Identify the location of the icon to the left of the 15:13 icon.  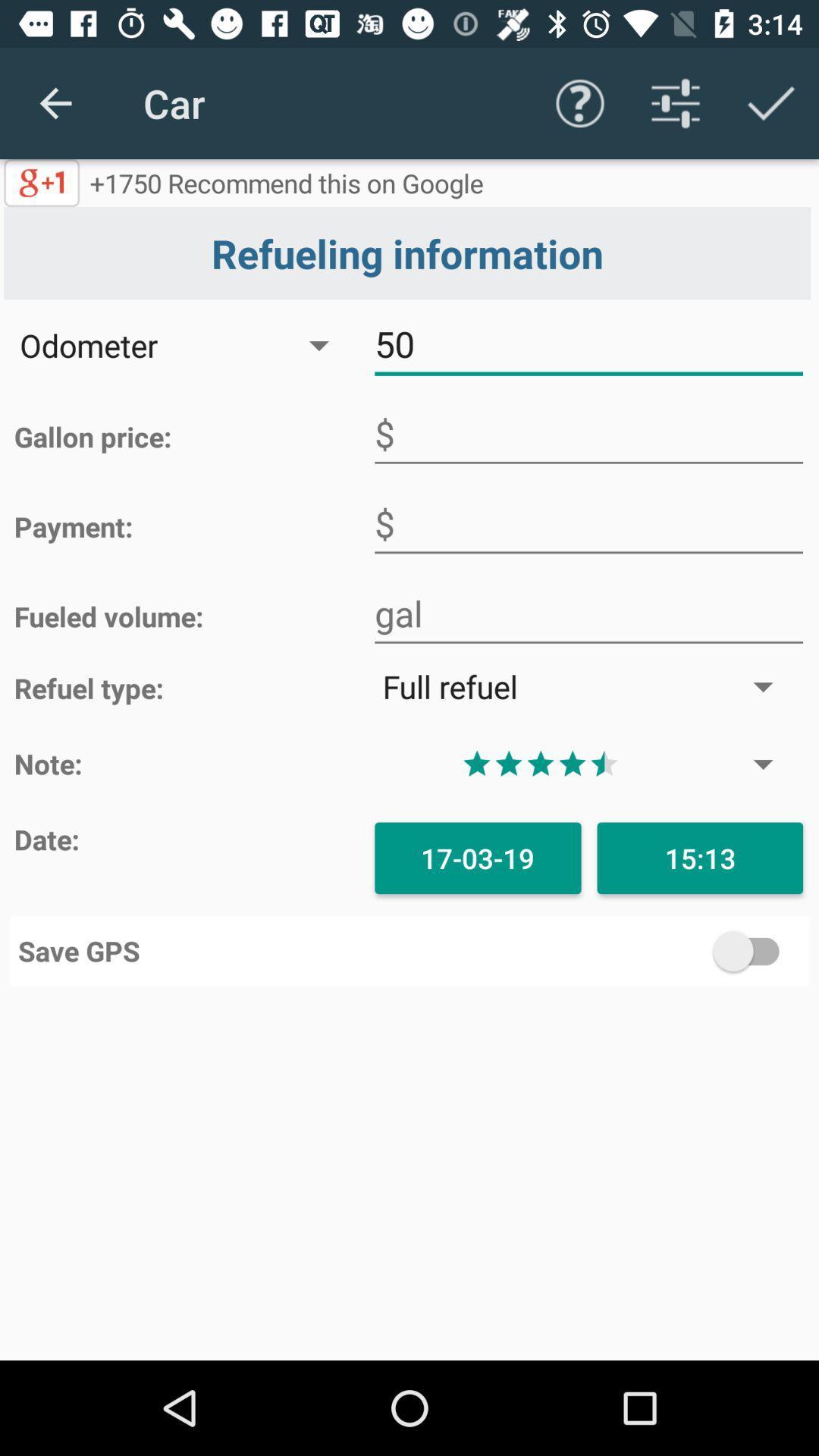
(478, 858).